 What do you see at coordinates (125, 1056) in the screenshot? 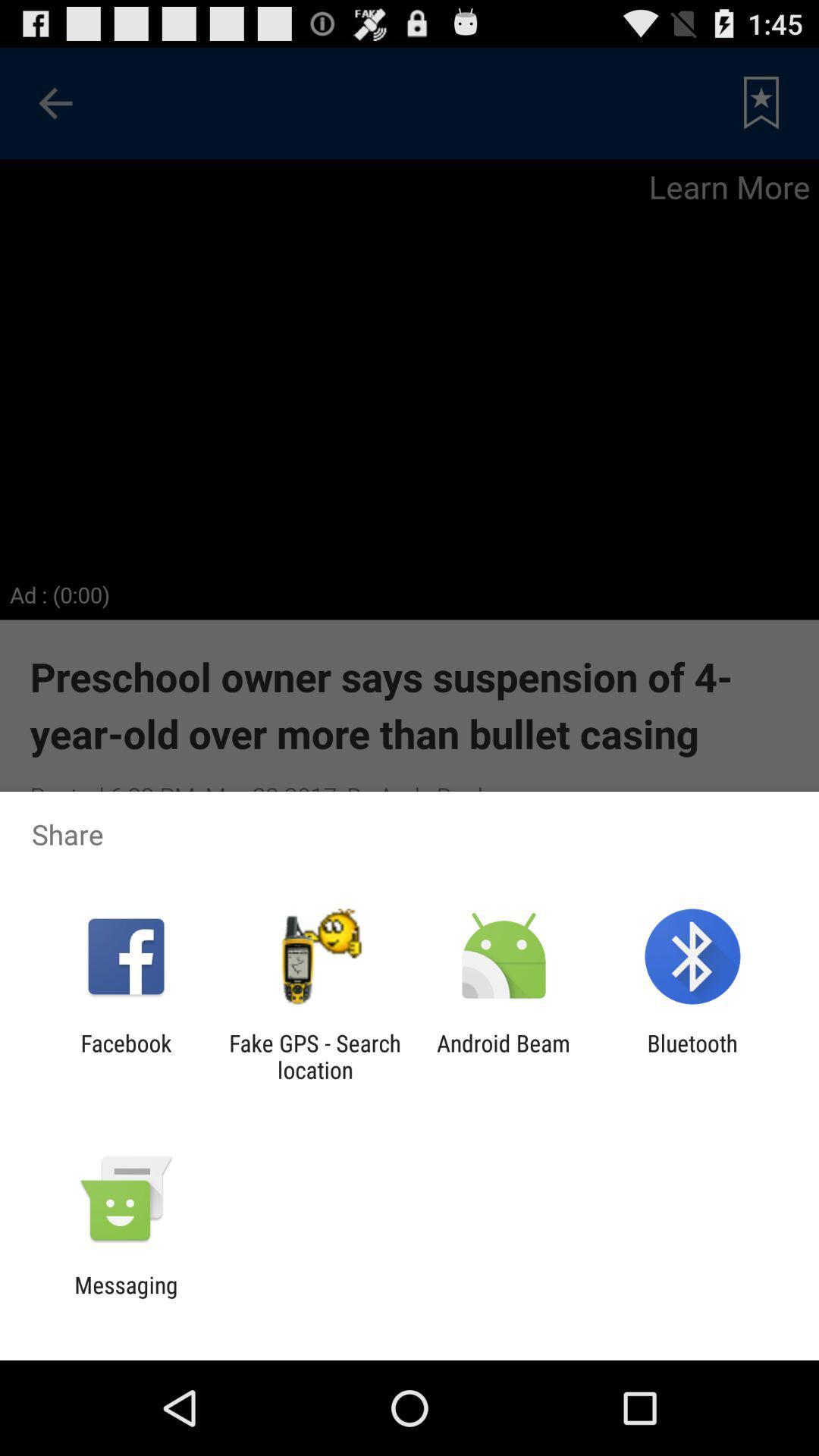
I see `the facebook icon` at bounding box center [125, 1056].